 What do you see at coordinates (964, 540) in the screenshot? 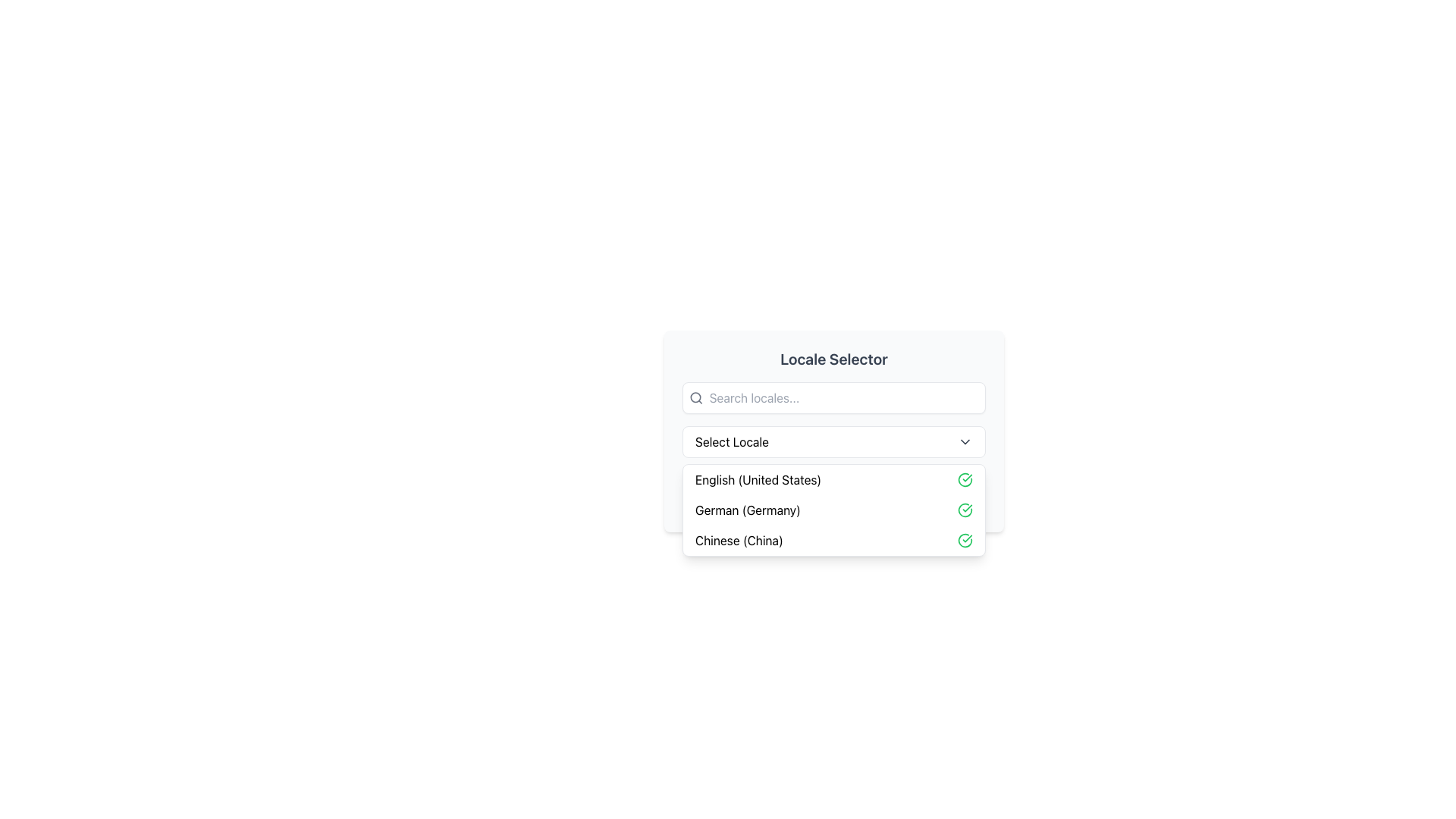
I see `the circular green icon with a checkmark next to the text 'Chinese (China)' in the list of languages` at bounding box center [964, 540].